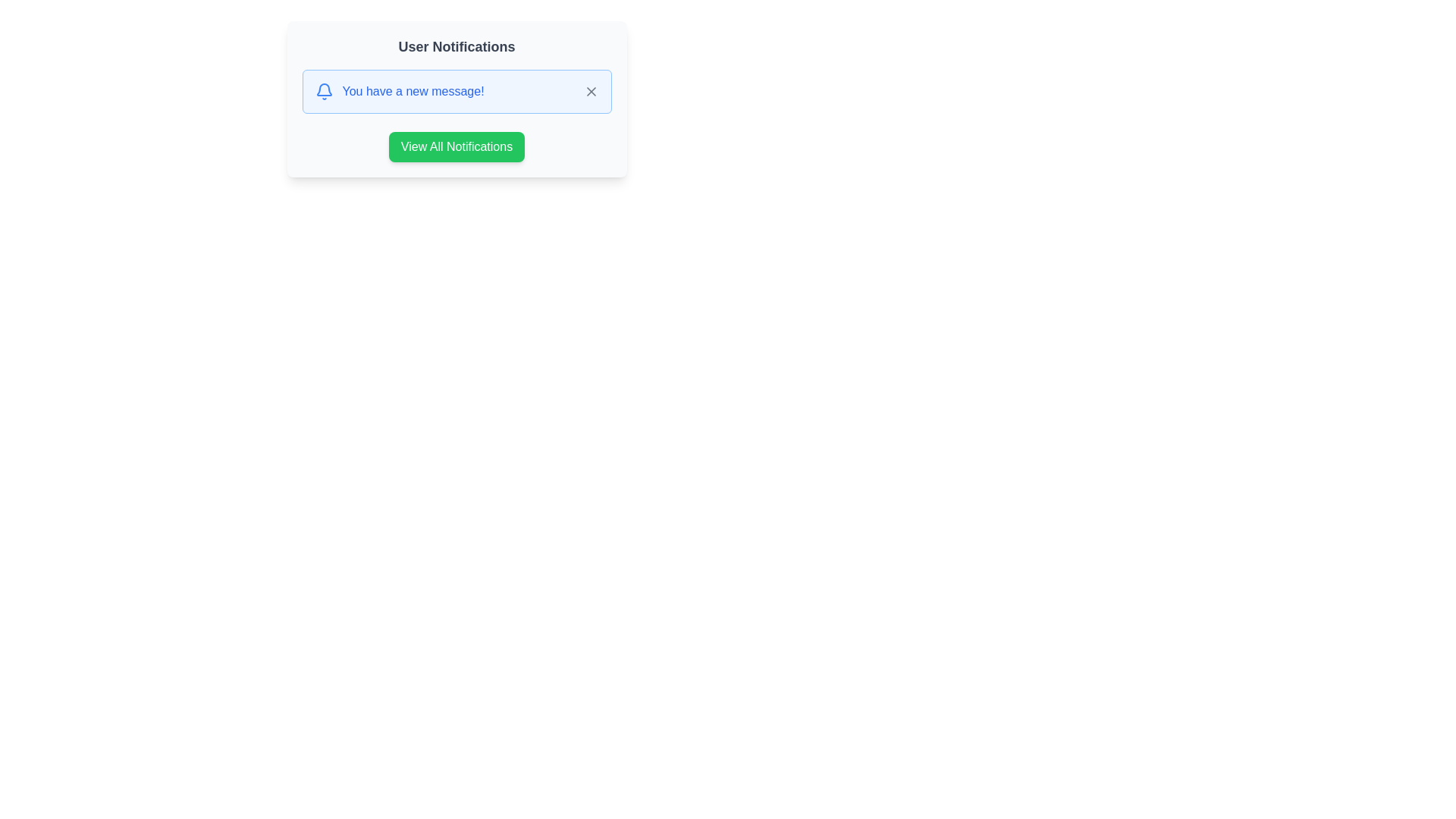 The height and width of the screenshot is (819, 1456). Describe the element at coordinates (590, 91) in the screenshot. I see `the small gray button with an 'X' icon in the top-right corner of the notification card that reads 'You have a new message!' to change its color` at that location.